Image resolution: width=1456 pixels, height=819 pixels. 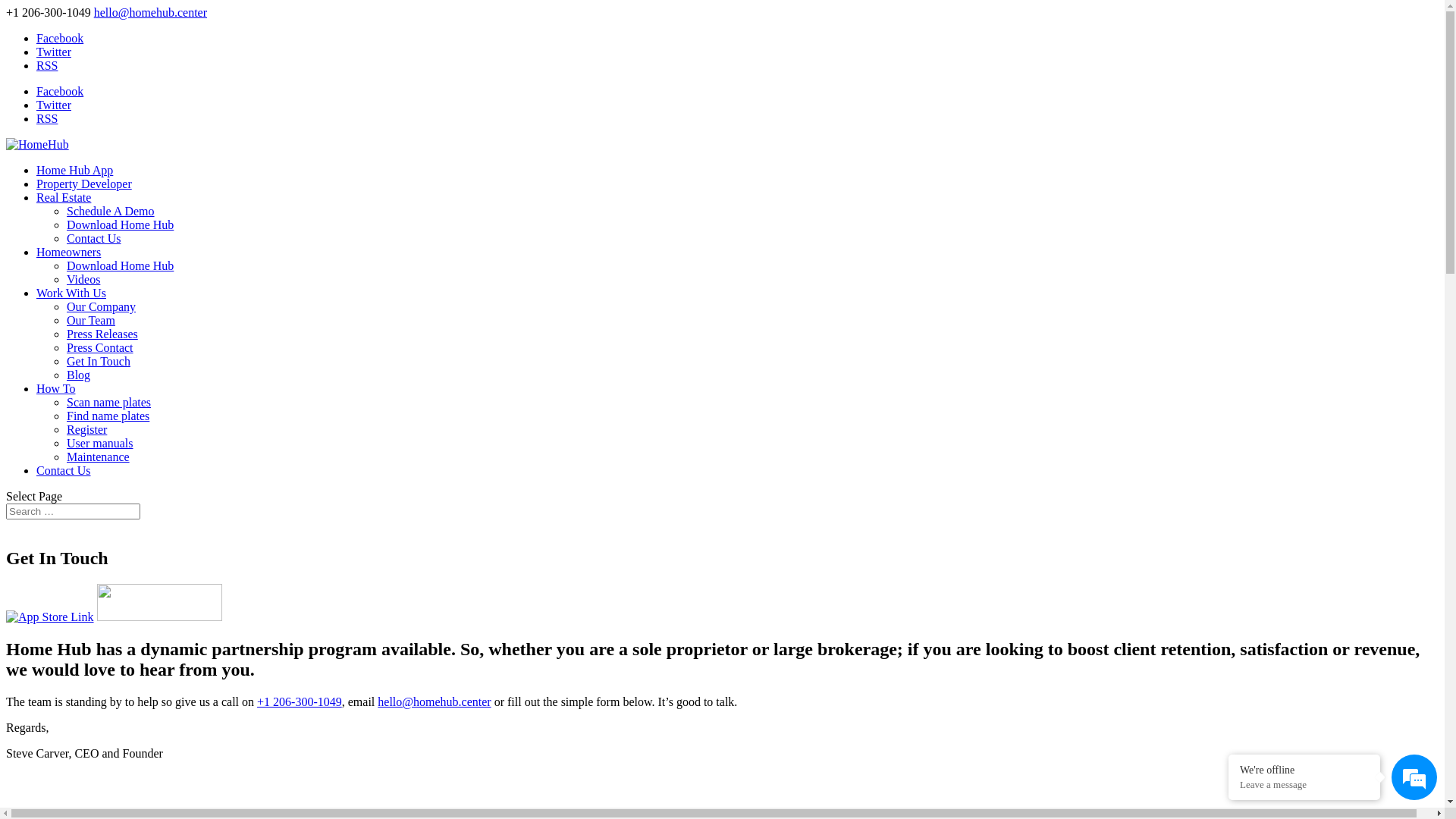 What do you see at coordinates (77, 375) in the screenshot?
I see `'Blog'` at bounding box center [77, 375].